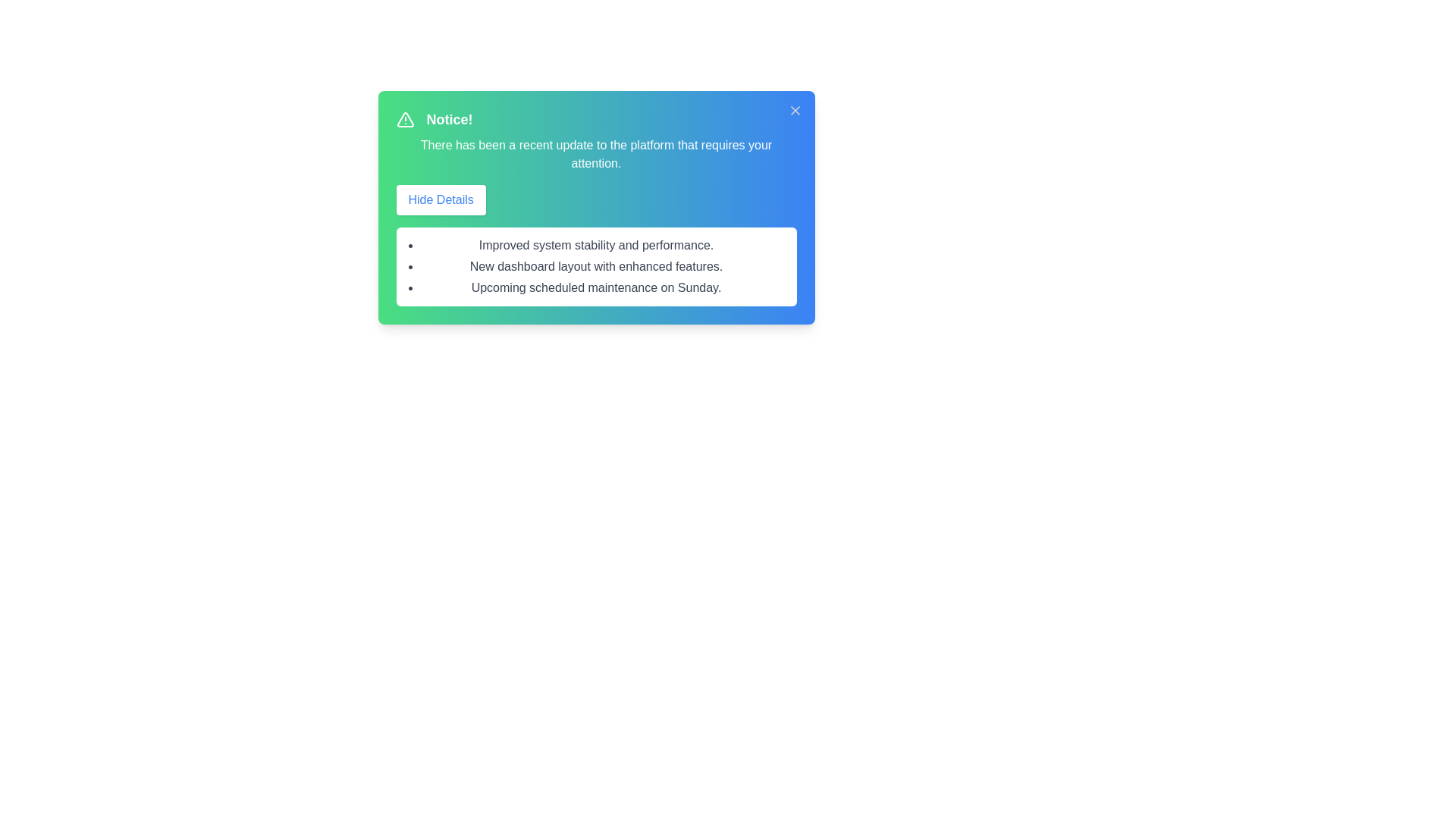  Describe the element at coordinates (439, 199) in the screenshot. I see `the 'Hide Details' button to toggle the visibility of the details section` at that location.